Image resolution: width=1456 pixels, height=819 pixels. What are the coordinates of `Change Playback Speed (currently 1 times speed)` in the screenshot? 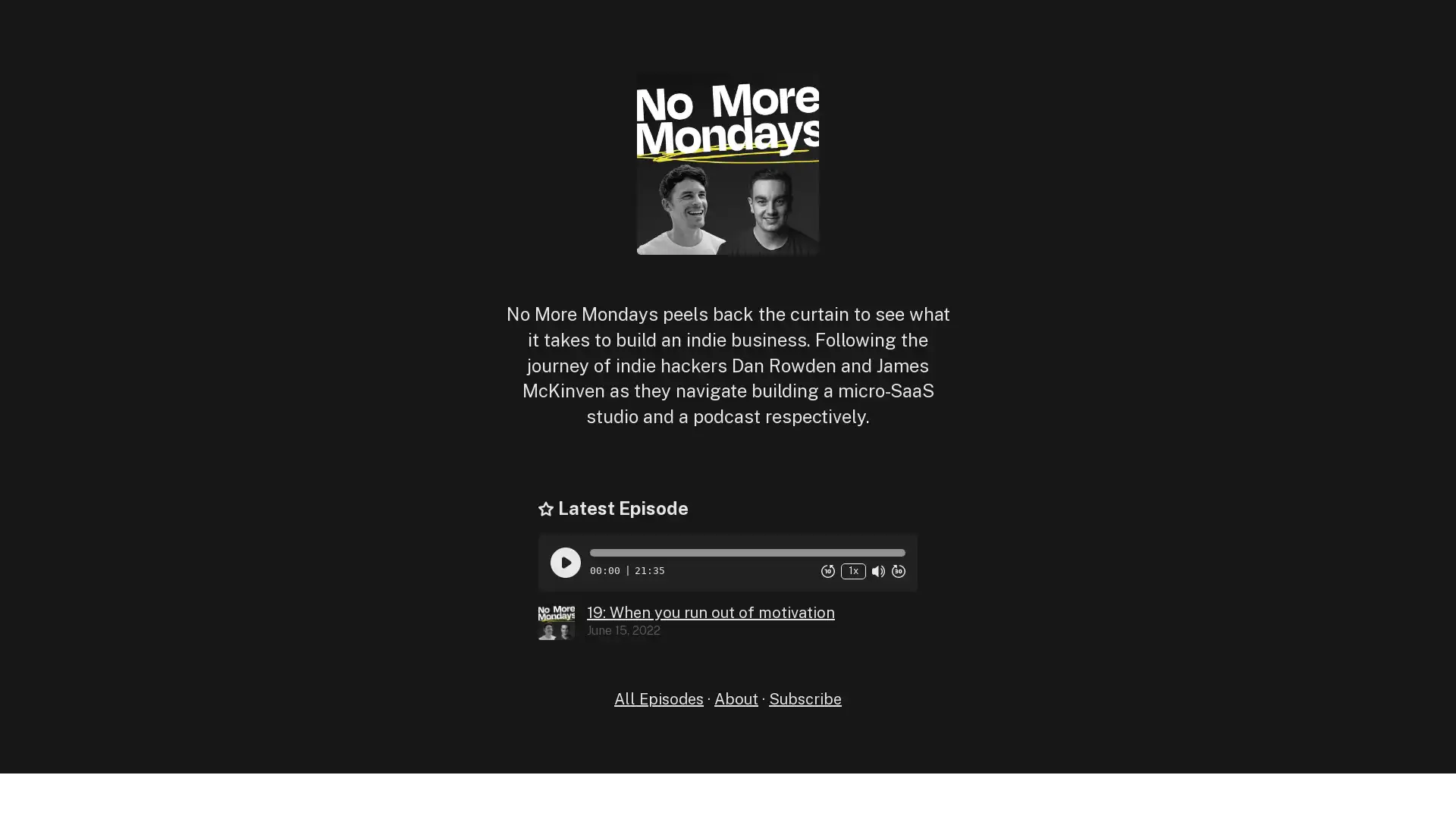 It's located at (852, 570).